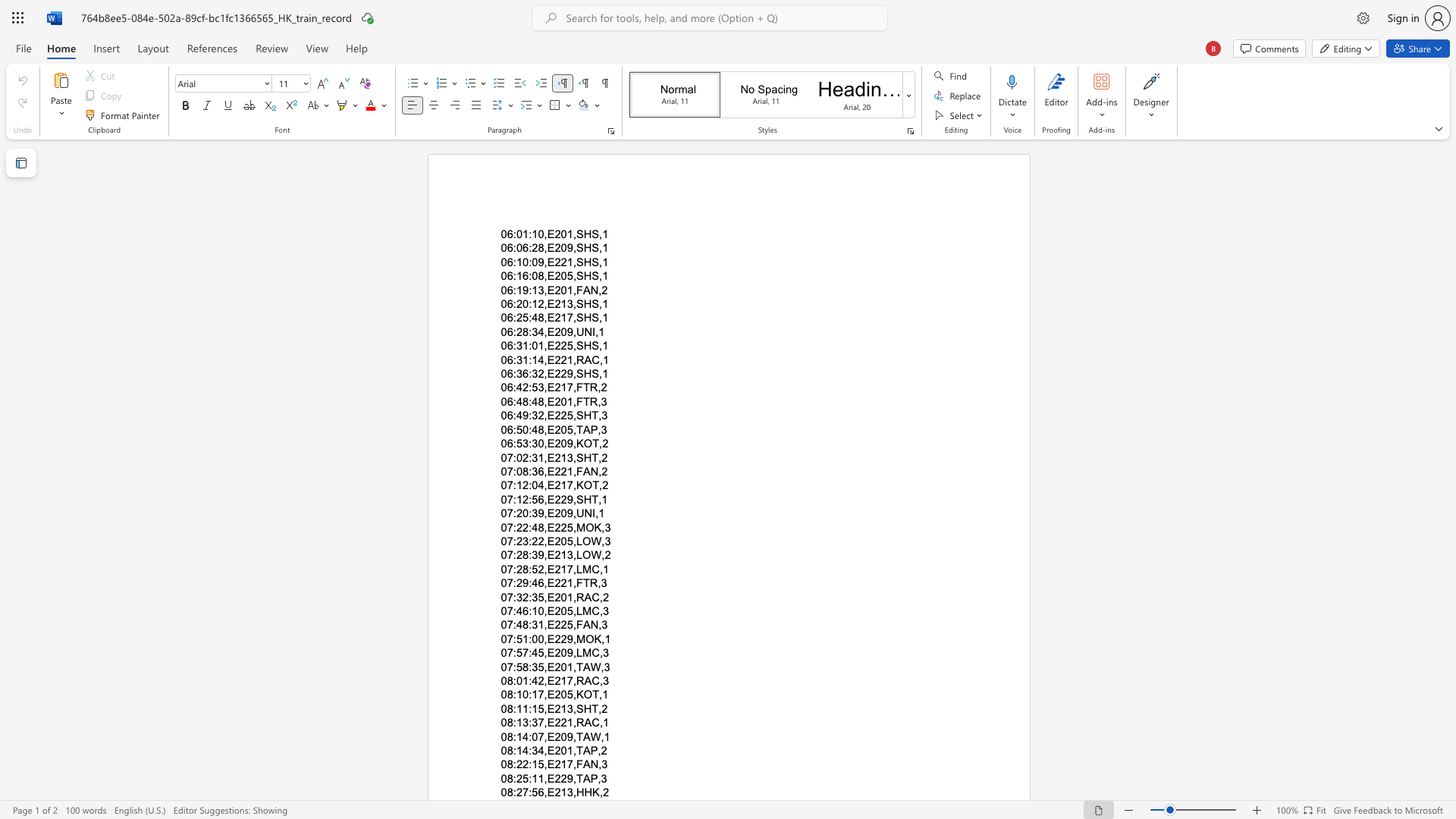 The height and width of the screenshot is (819, 1456). Describe the element at coordinates (597, 247) in the screenshot. I see `the space between the continuous character "S" and "," in the text` at that location.